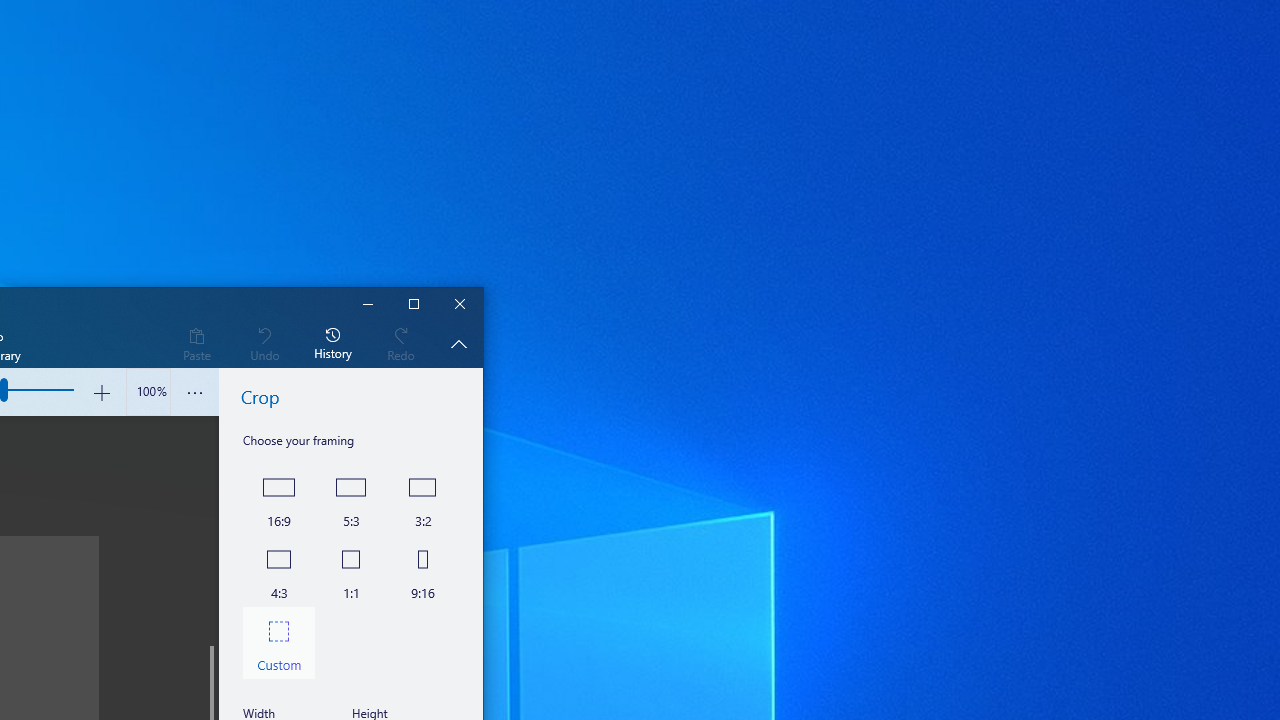 This screenshot has height=720, width=1280. What do you see at coordinates (195, 392) in the screenshot?
I see `'View more options'` at bounding box center [195, 392].